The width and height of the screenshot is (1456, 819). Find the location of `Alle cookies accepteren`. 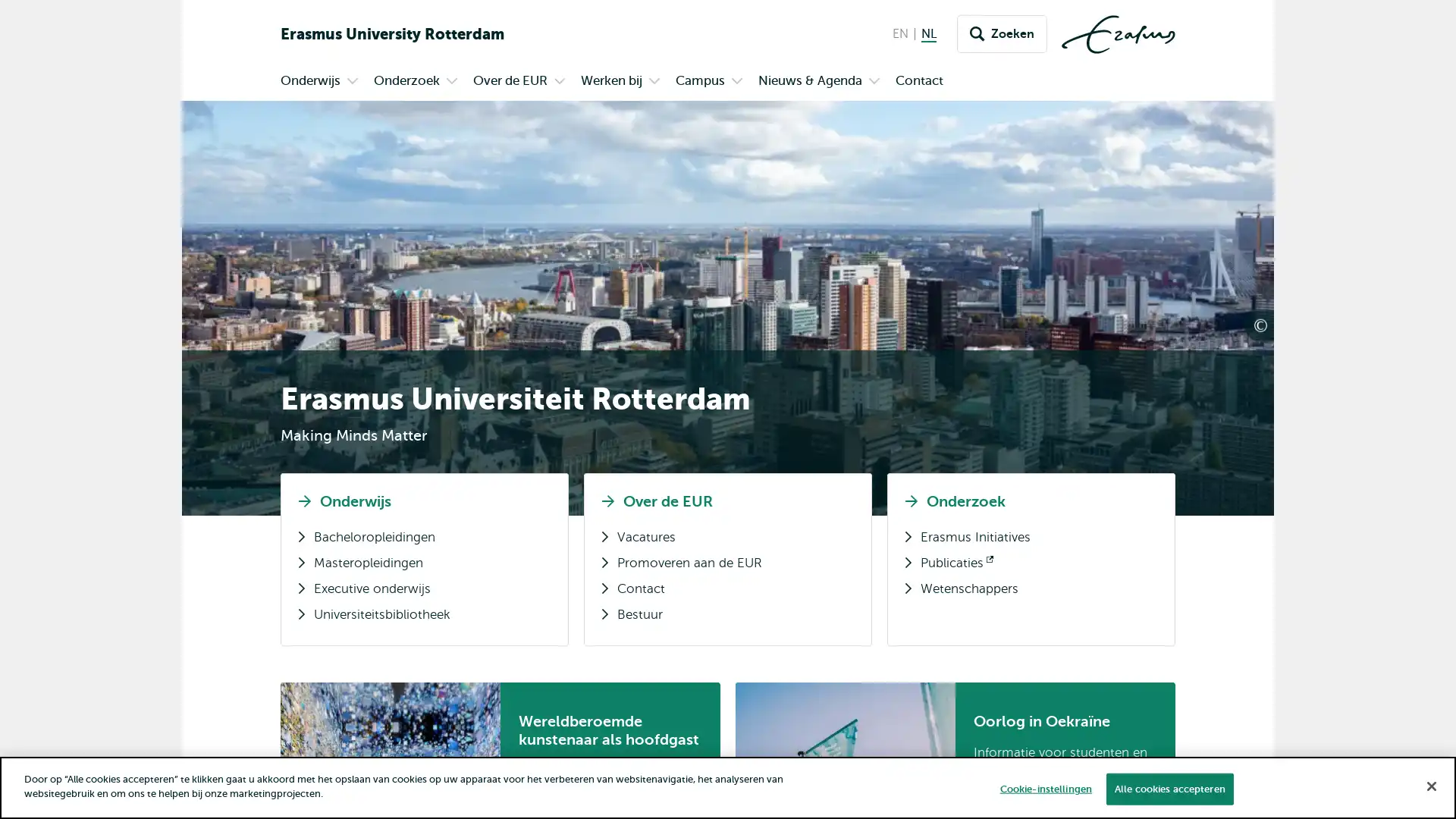

Alle cookies accepteren is located at coordinates (1168, 788).